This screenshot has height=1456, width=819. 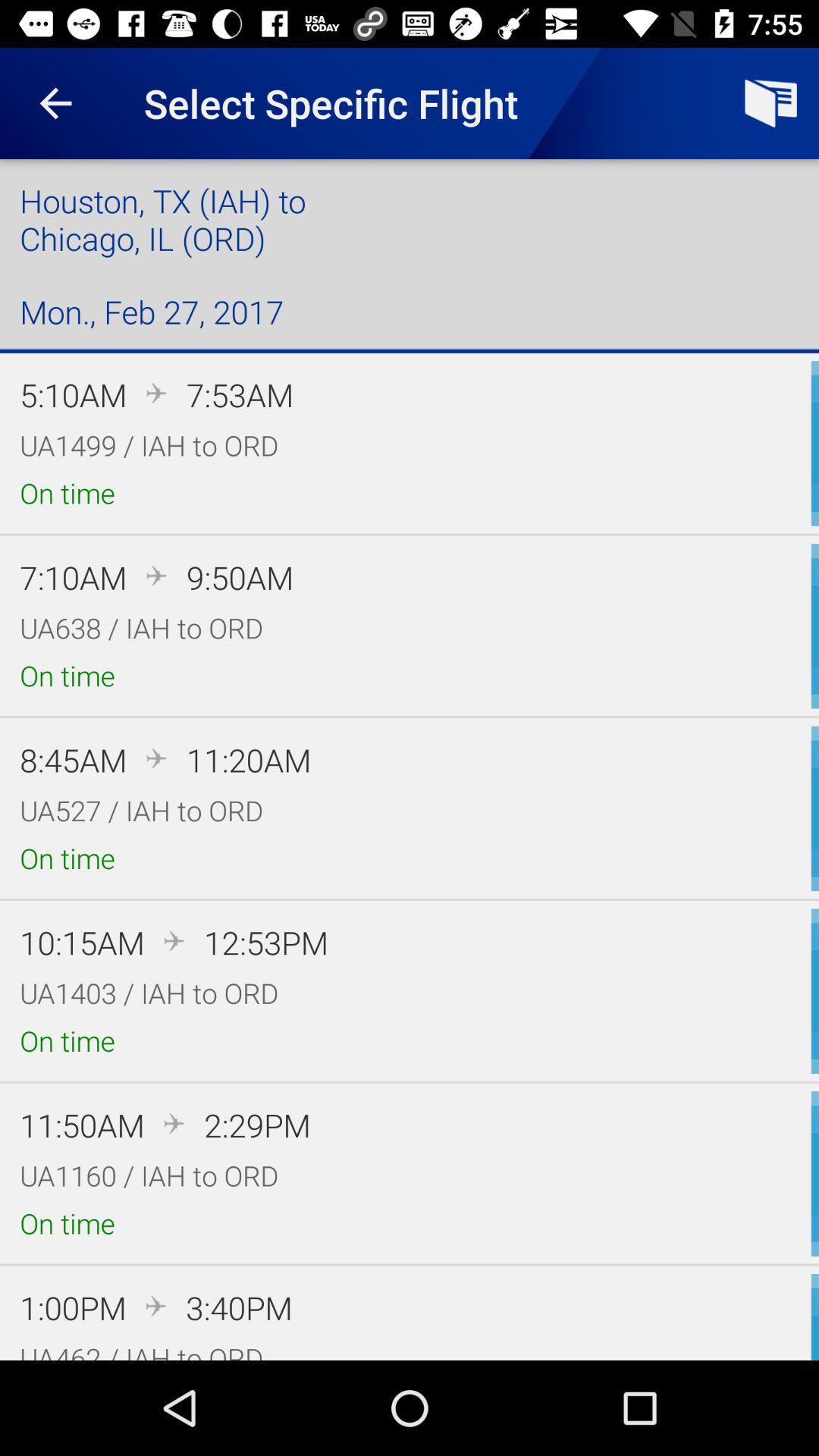 I want to click on 3:40pm, so click(x=239, y=1307).